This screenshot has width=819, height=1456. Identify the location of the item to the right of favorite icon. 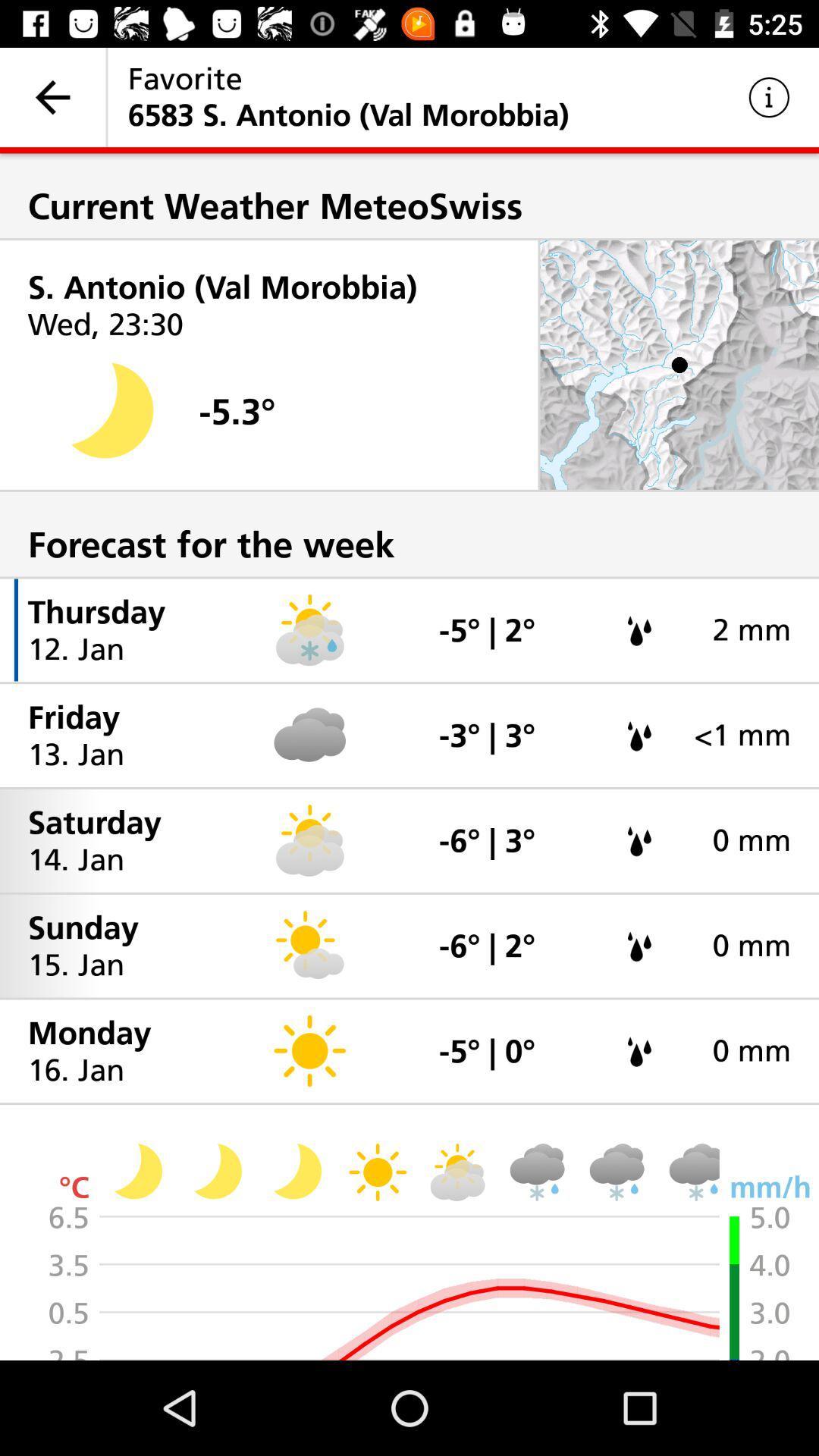
(769, 96).